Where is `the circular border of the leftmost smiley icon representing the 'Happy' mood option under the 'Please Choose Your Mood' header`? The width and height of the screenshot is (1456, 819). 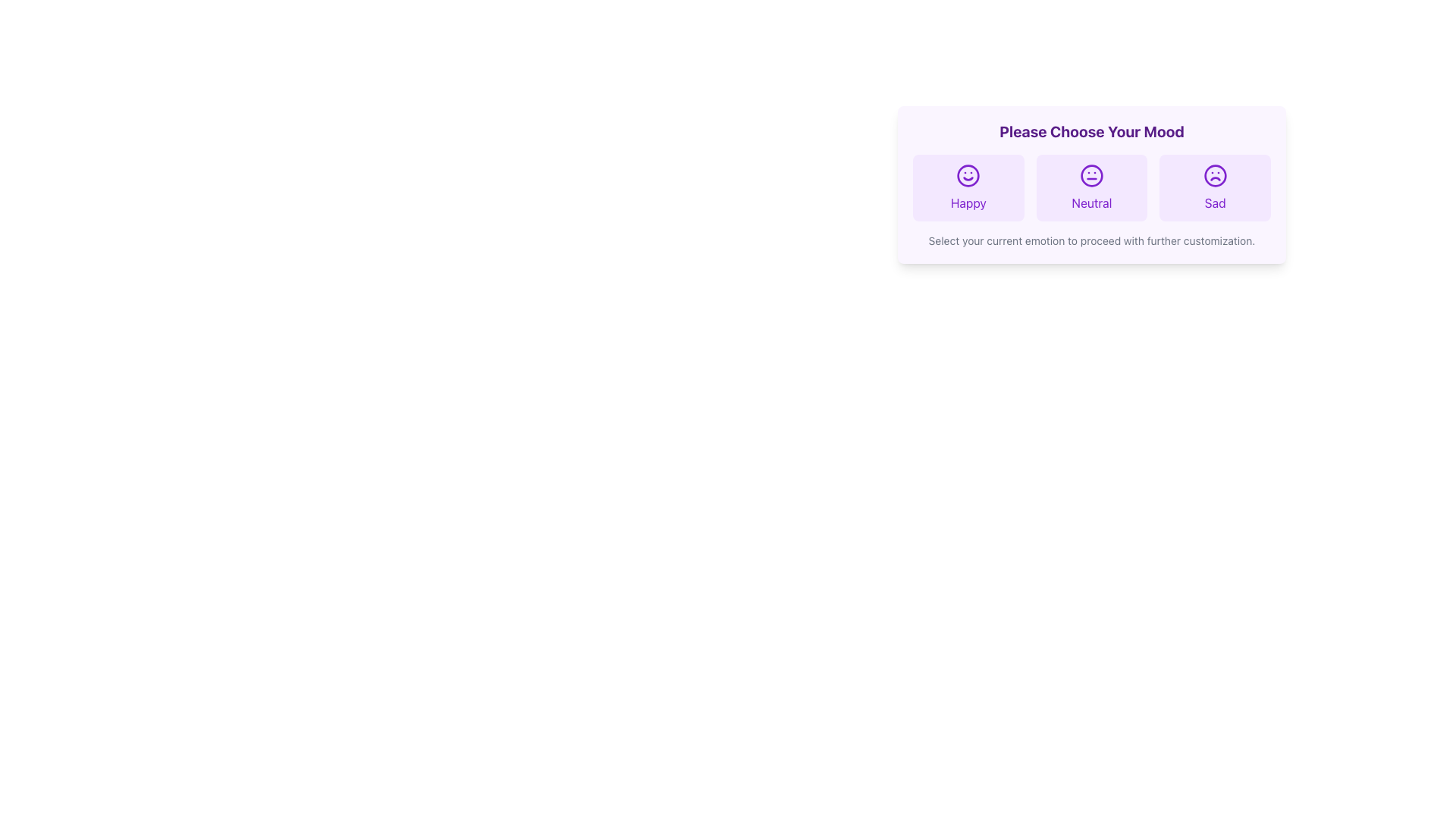
the circular border of the leftmost smiley icon representing the 'Happy' mood option under the 'Please Choose Your Mood' header is located at coordinates (968, 174).